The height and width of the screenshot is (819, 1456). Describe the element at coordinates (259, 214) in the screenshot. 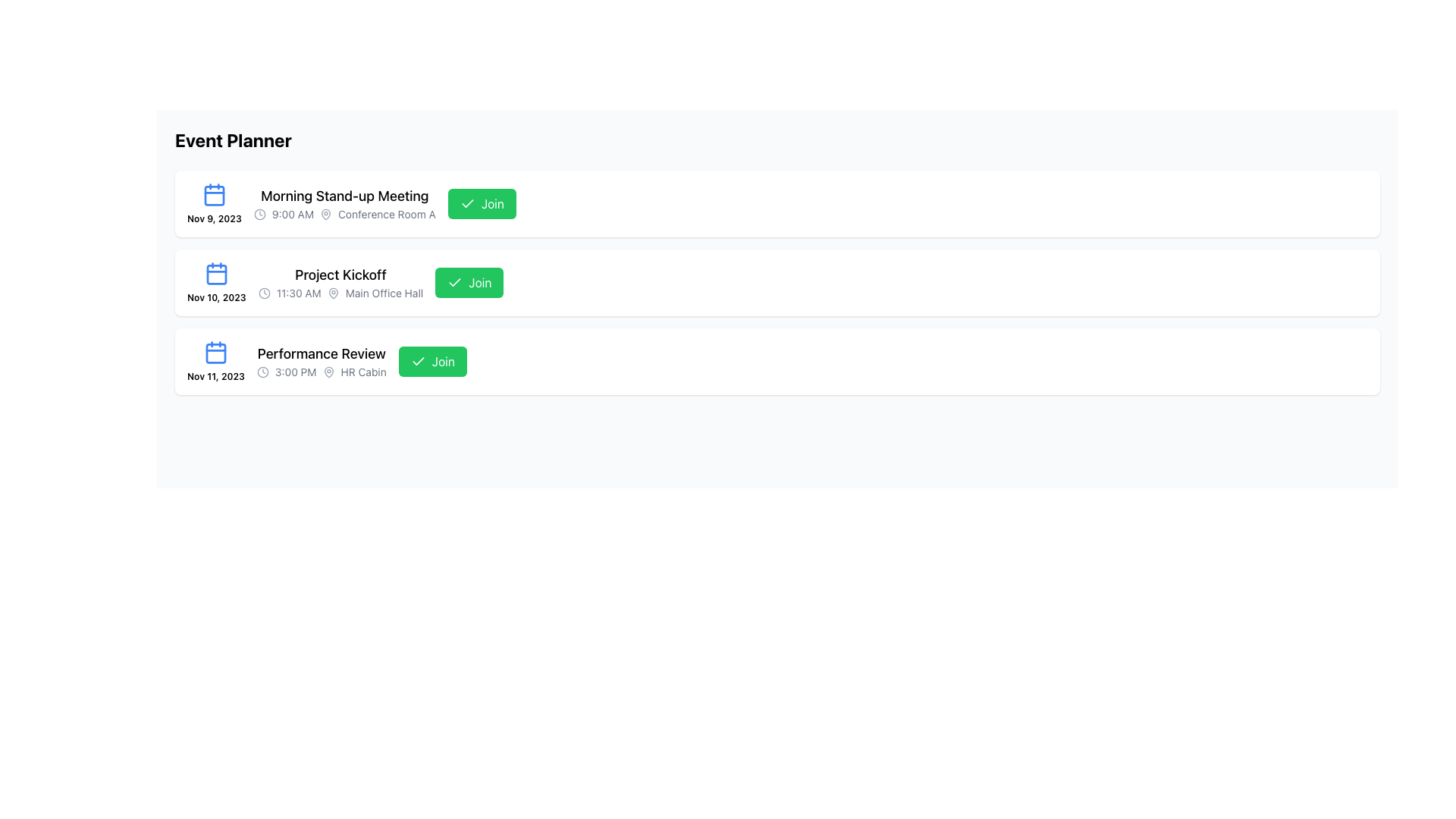

I see `the time indicator icon located to the left of the text '9:00 AM' associated with the event '9:00 AM Conference Room A'` at that location.